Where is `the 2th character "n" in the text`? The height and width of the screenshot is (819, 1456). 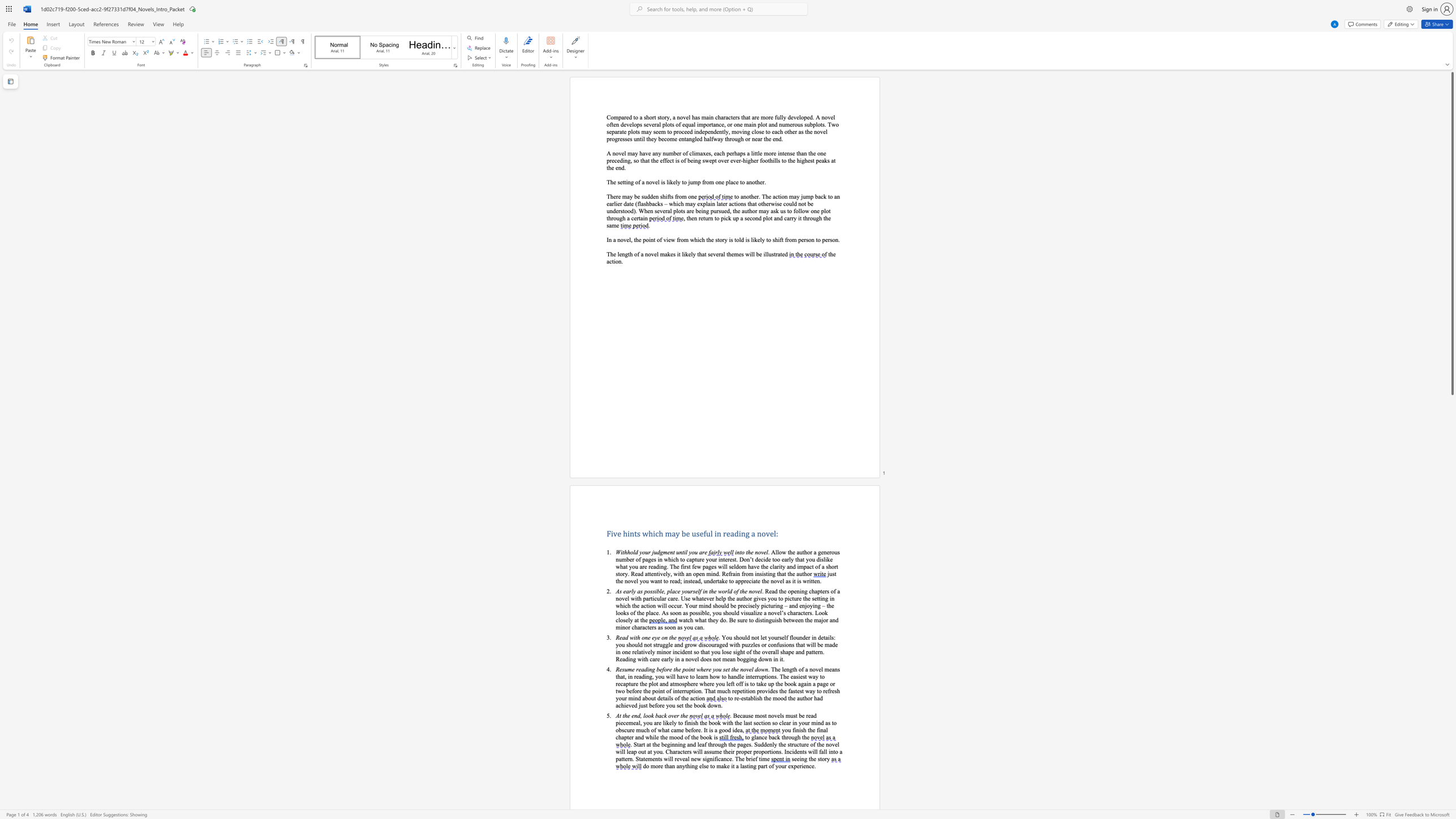
the 2th character "n" in the text is located at coordinates (681, 552).